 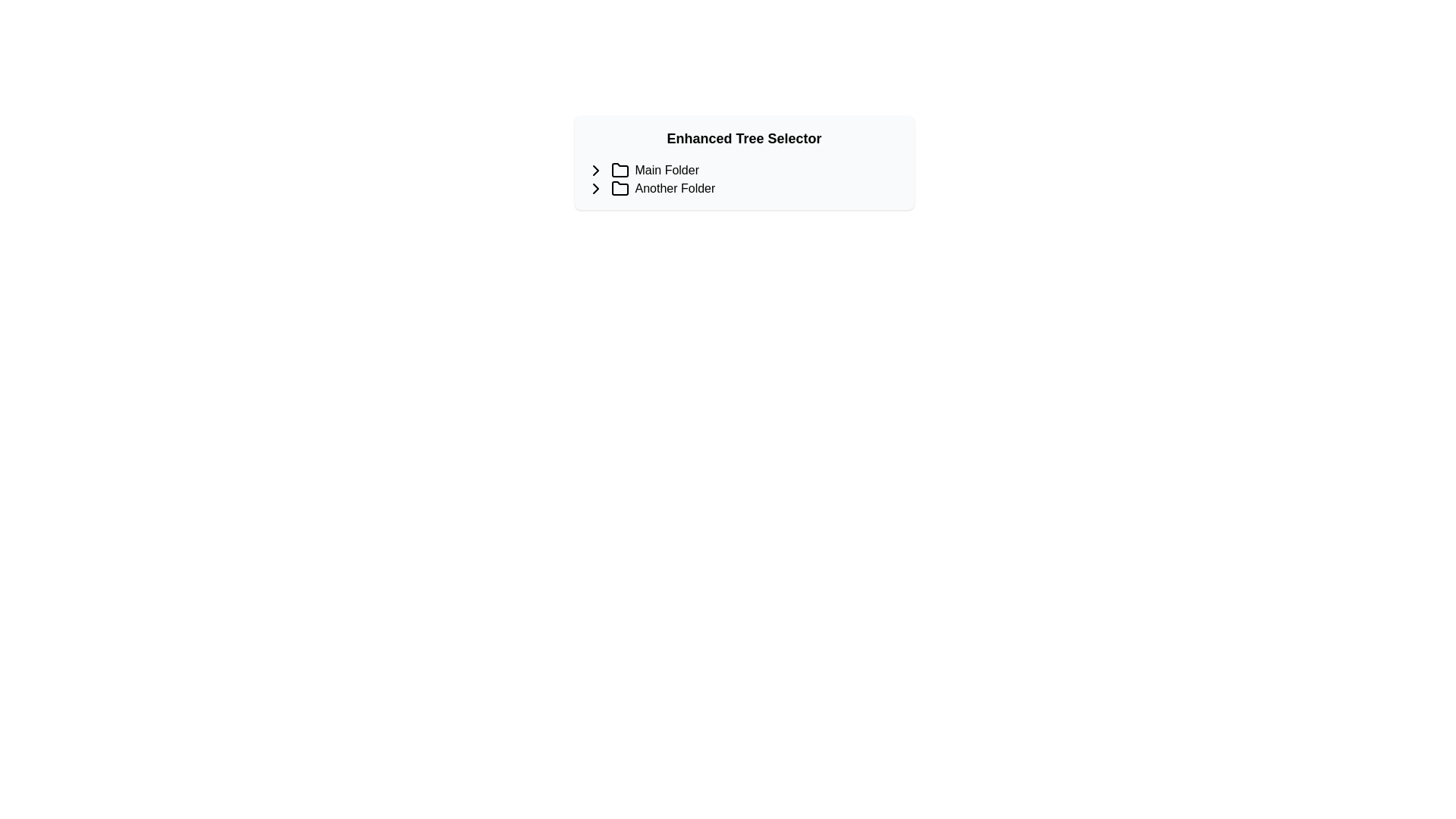 What do you see at coordinates (620, 187) in the screenshot?
I see `the second folder icon in the 'Enhanced Tree Selector' that is outlined with a black stroke and has a tabbed top-left corner` at bounding box center [620, 187].